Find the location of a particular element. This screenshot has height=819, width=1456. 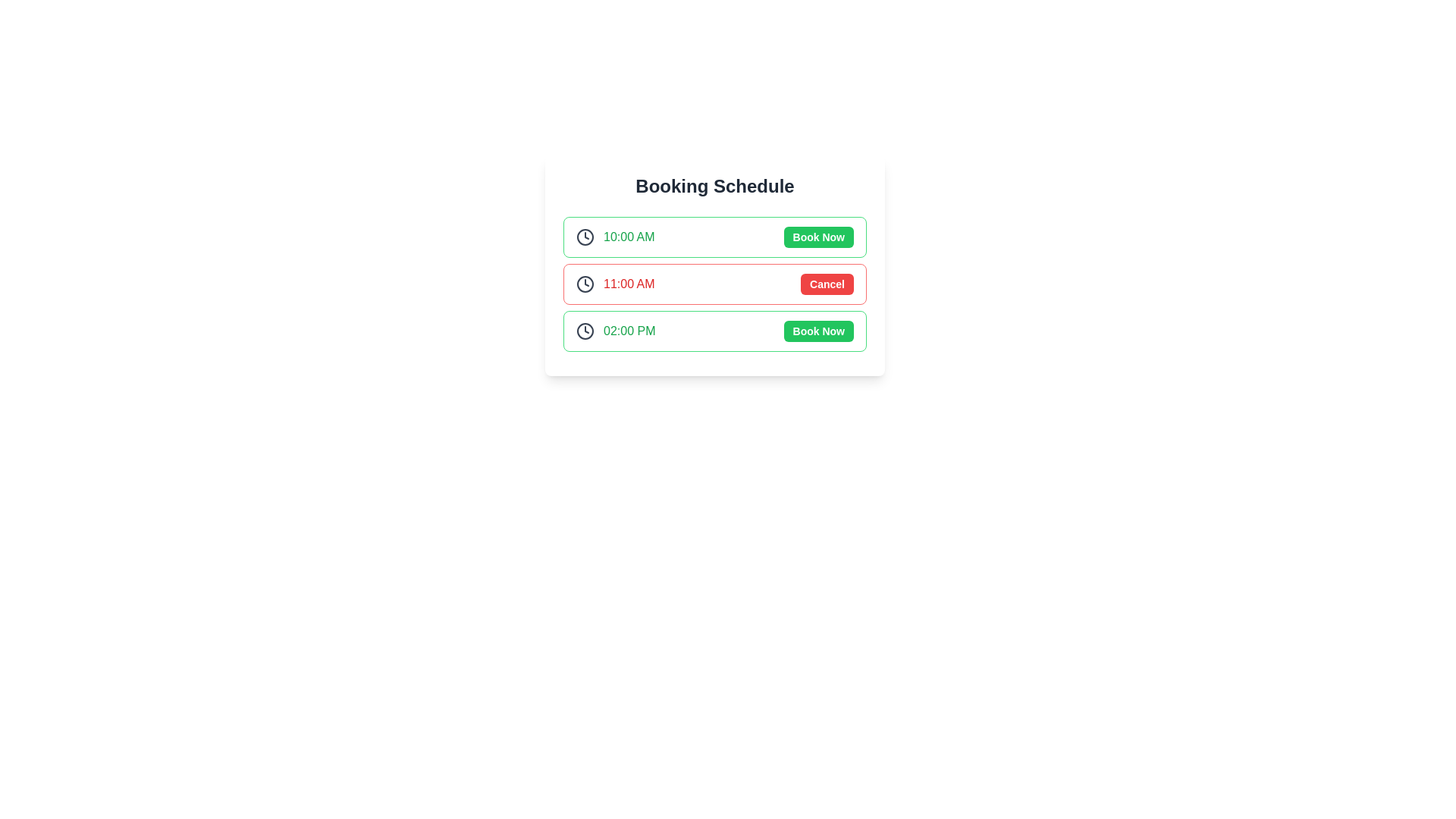

the Text with Icon displaying '02:00 PM' which includes a clock icon and is located within the third item of the list of time slots for booking schedules is located at coordinates (616, 330).